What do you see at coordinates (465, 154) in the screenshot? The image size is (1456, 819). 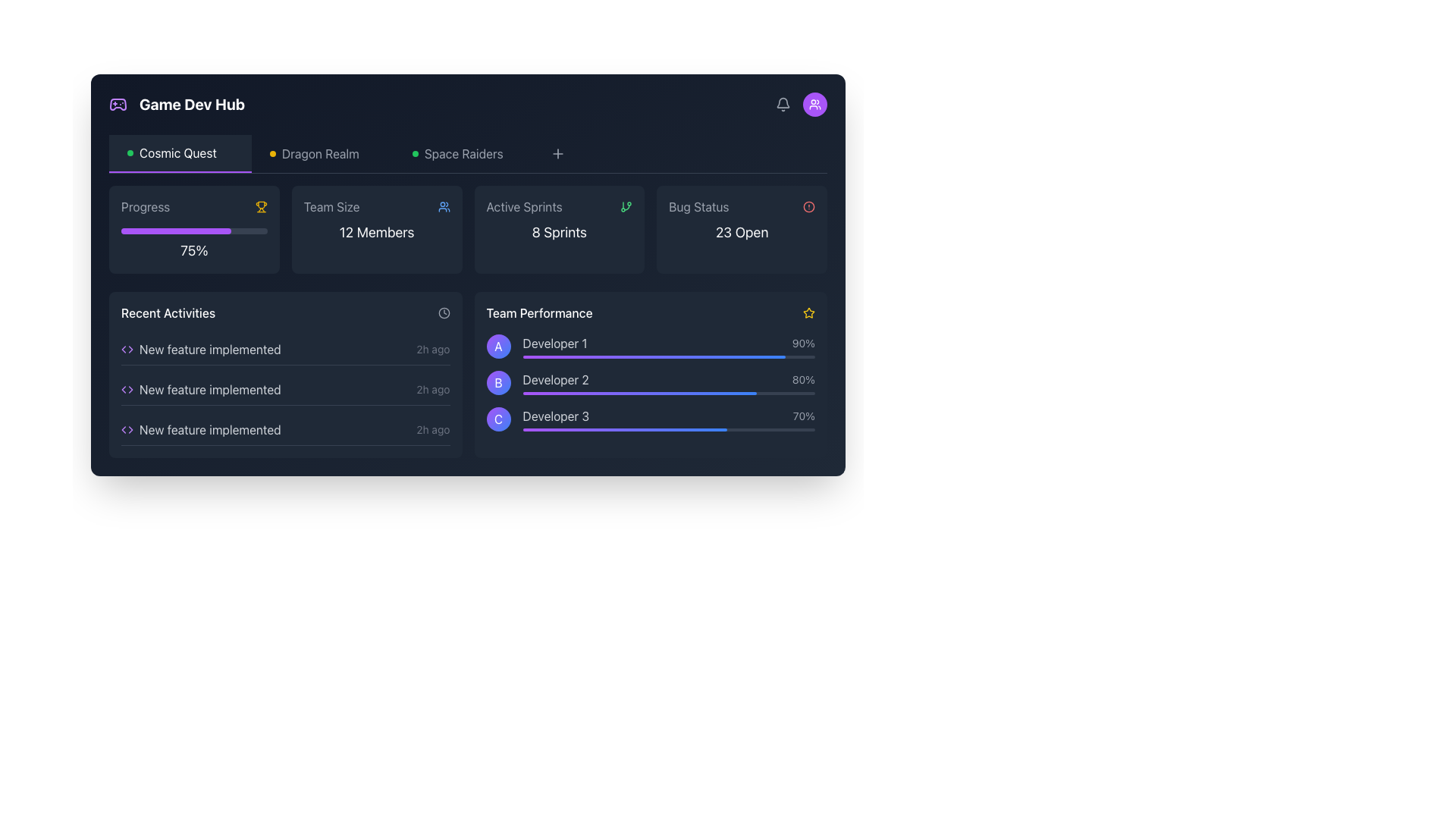 I see `the third navigation item labeled 'Space Raiders' in the header section` at bounding box center [465, 154].